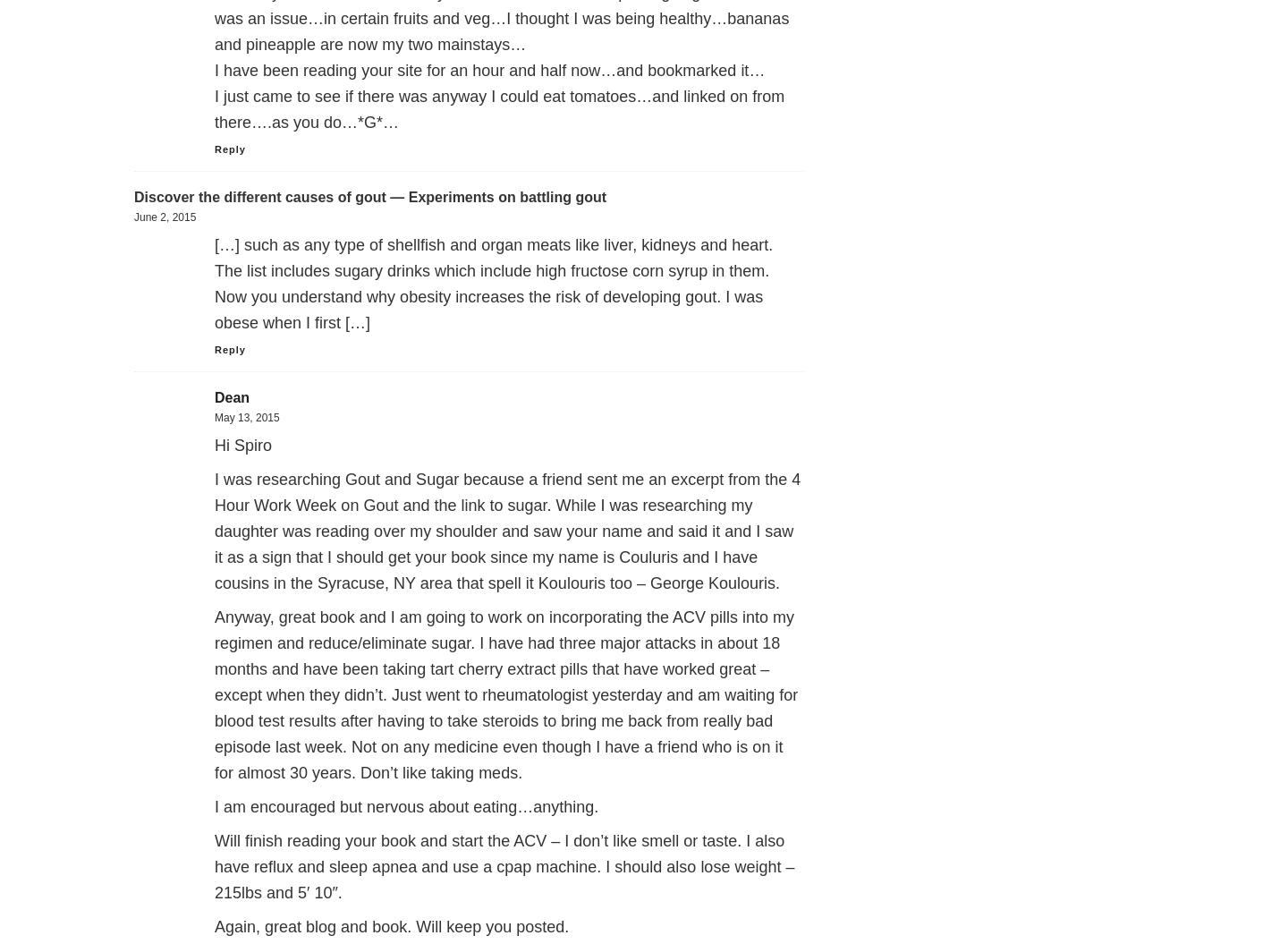 The image size is (1288, 944). What do you see at coordinates (369, 196) in the screenshot?
I see `'Discover the different causes of gout — Experiments on battling gout'` at bounding box center [369, 196].